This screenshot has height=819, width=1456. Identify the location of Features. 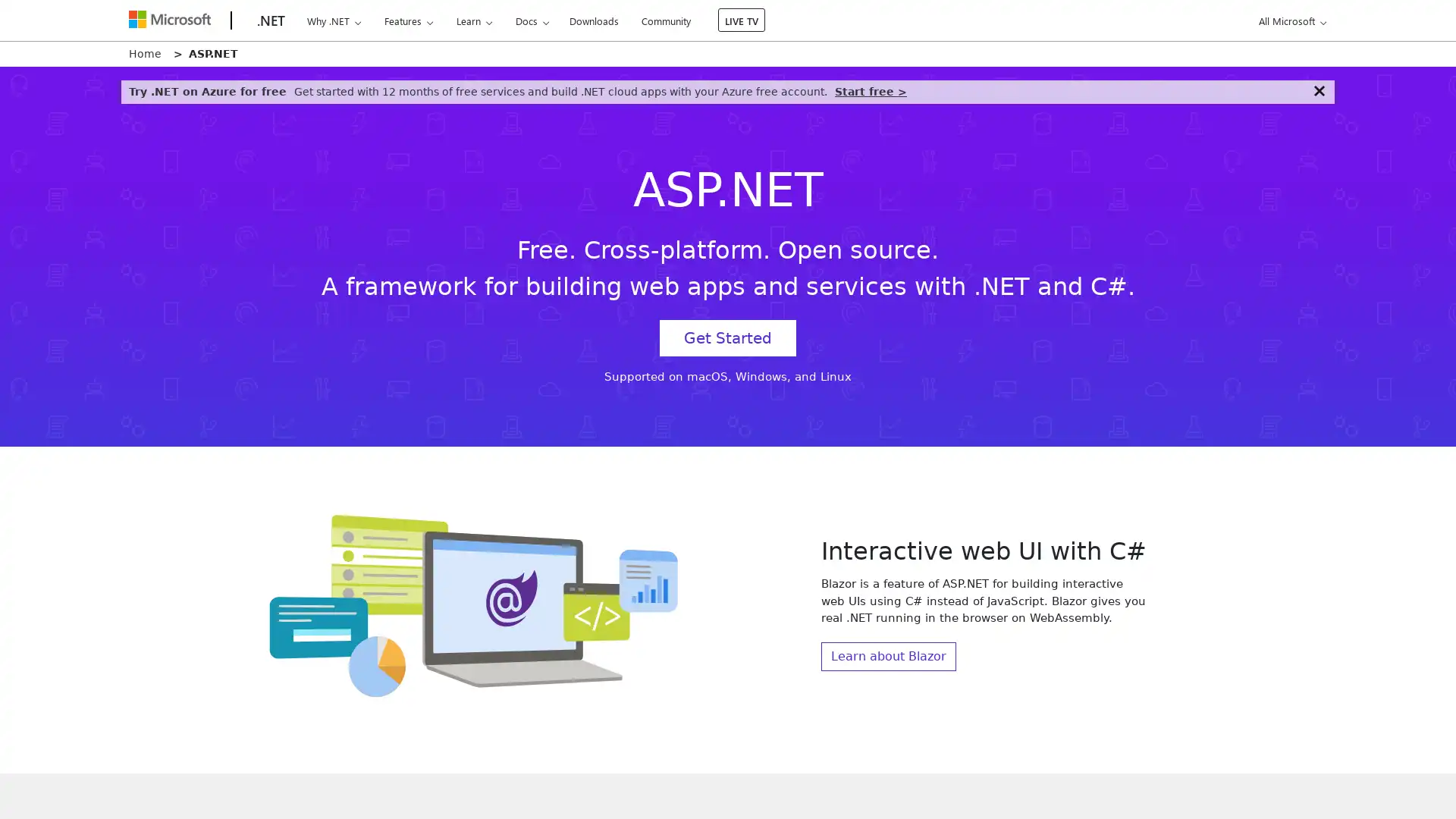
(408, 20).